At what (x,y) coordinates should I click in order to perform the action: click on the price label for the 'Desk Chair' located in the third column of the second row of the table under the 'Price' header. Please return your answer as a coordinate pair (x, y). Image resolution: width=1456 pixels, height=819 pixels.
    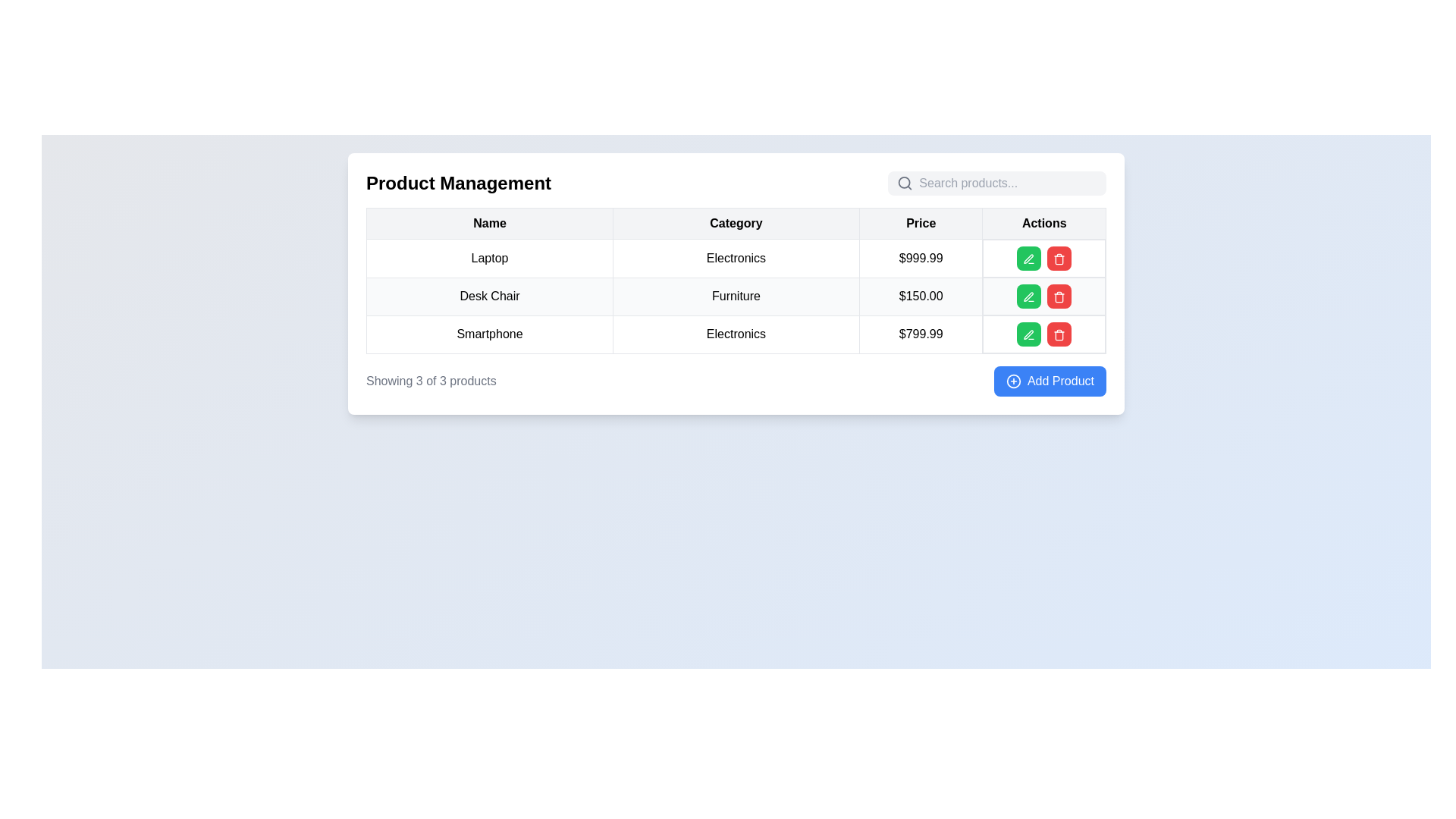
    Looking at the image, I should click on (920, 296).